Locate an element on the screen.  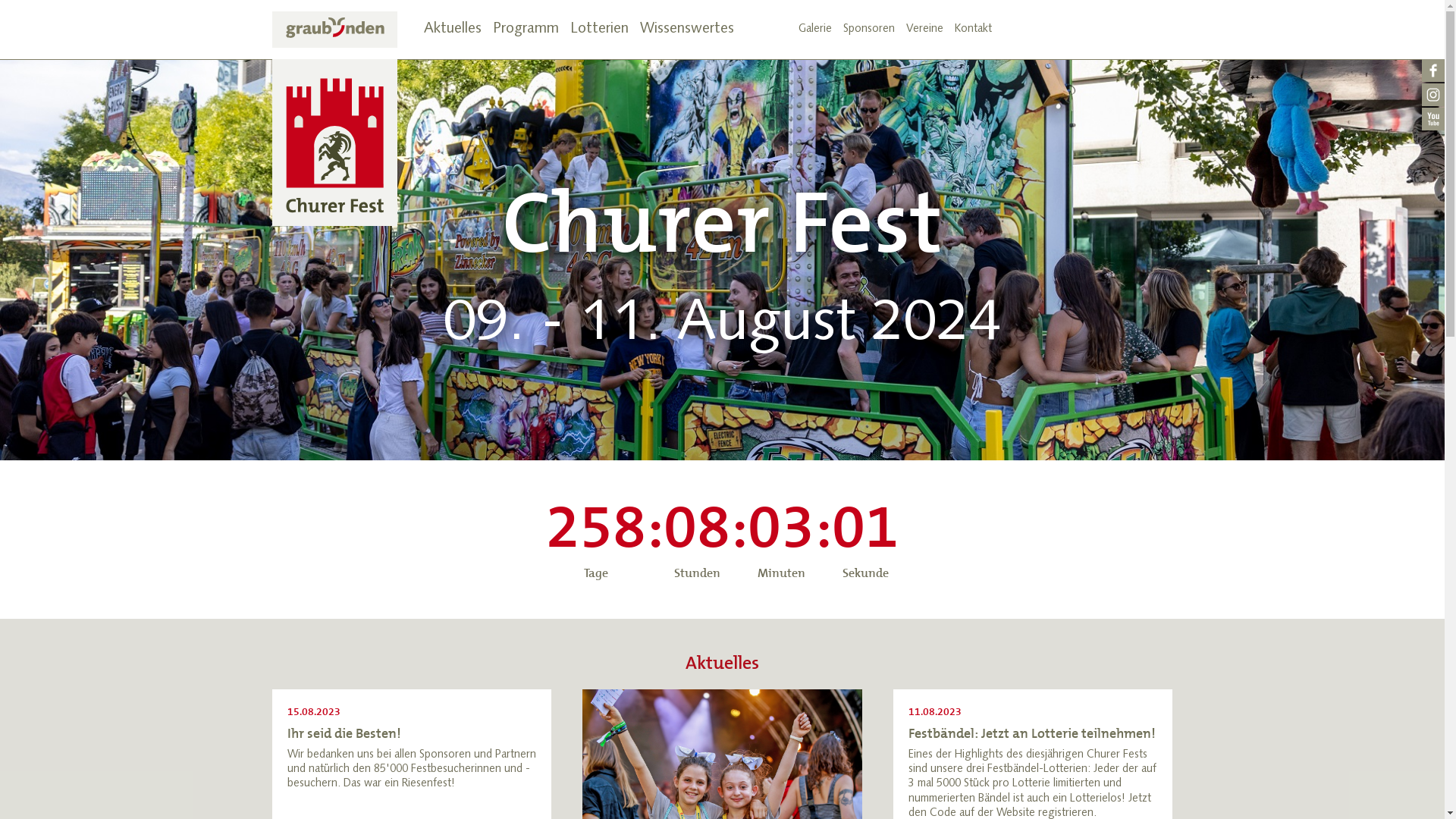
'Werde ein Fan auf Facebook' is located at coordinates (1432, 71).